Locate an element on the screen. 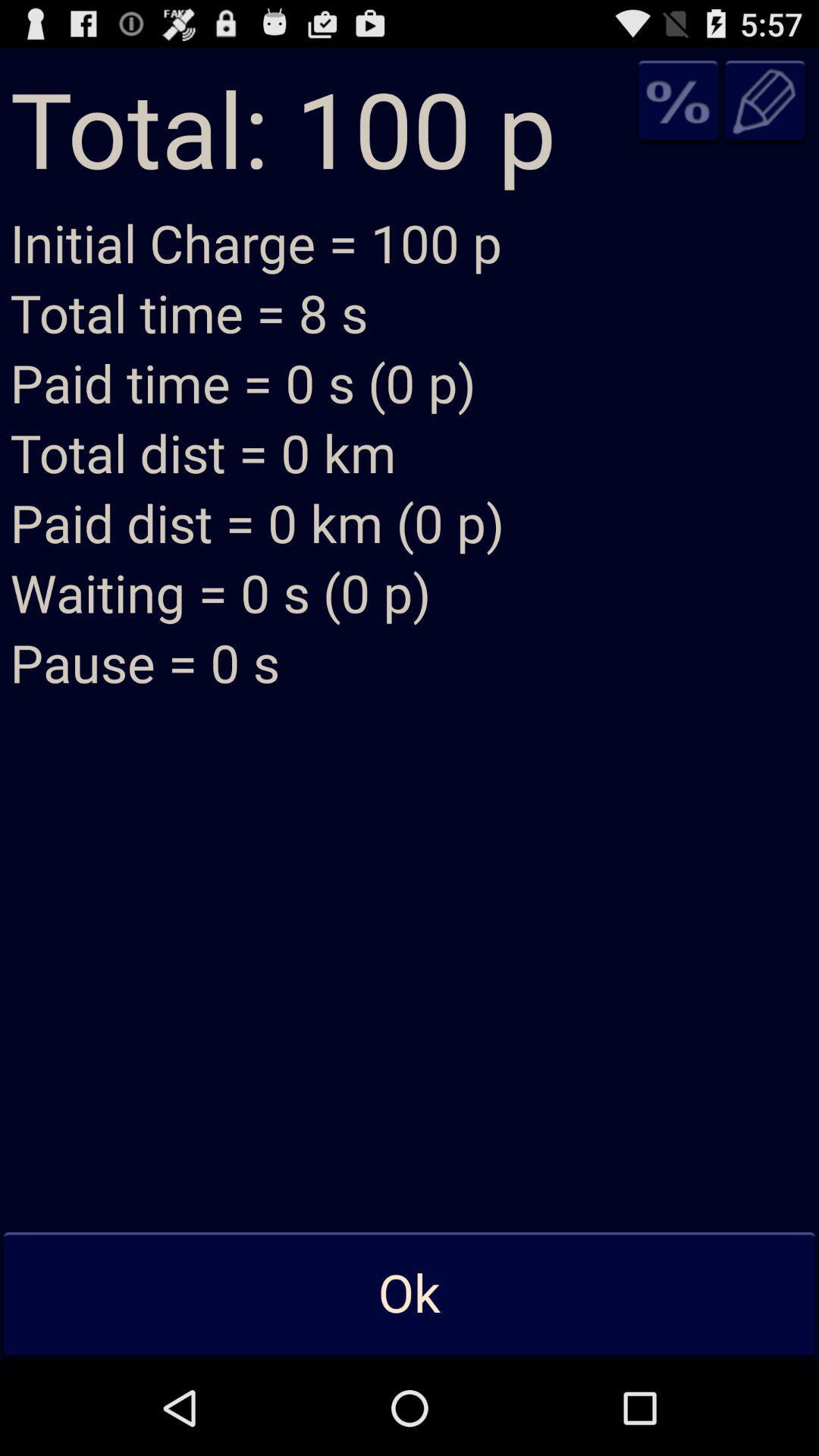  edit options is located at coordinates (765, 100).